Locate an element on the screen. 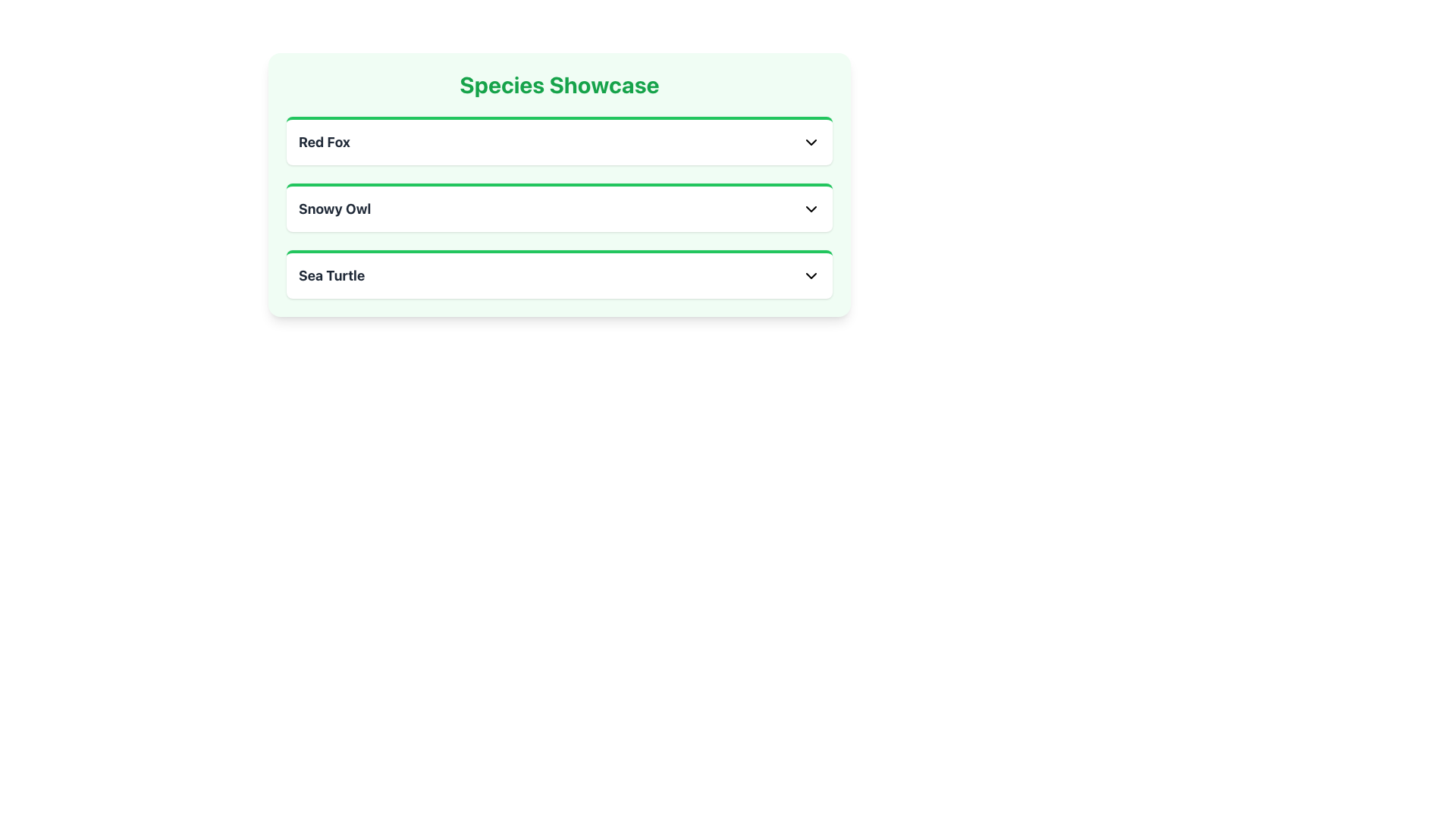 Image resolution: width=1456 pixels, height=819 pixels. the Chevron Down icon located at the far right end of the row containing the 'Sea Turtle' label is located at coordinates (811, 275).